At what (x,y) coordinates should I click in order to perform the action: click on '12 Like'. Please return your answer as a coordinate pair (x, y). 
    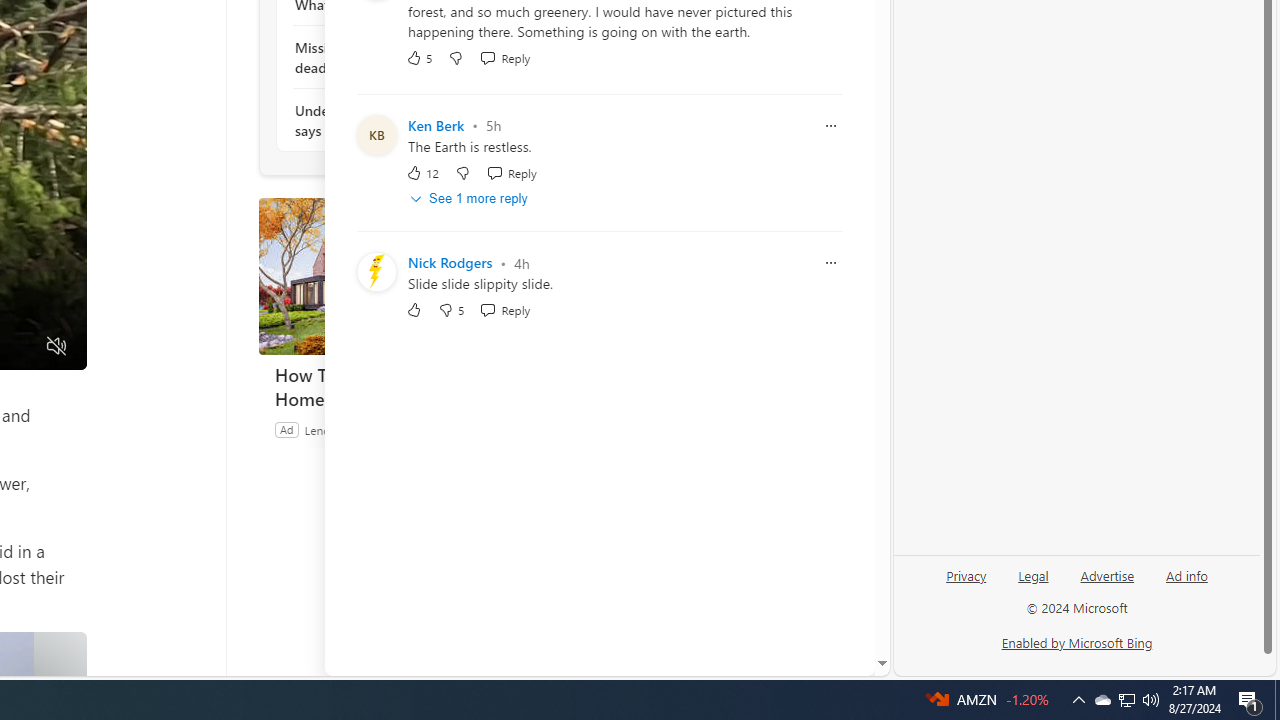
    Looking at the image, I should click on (421, 171).